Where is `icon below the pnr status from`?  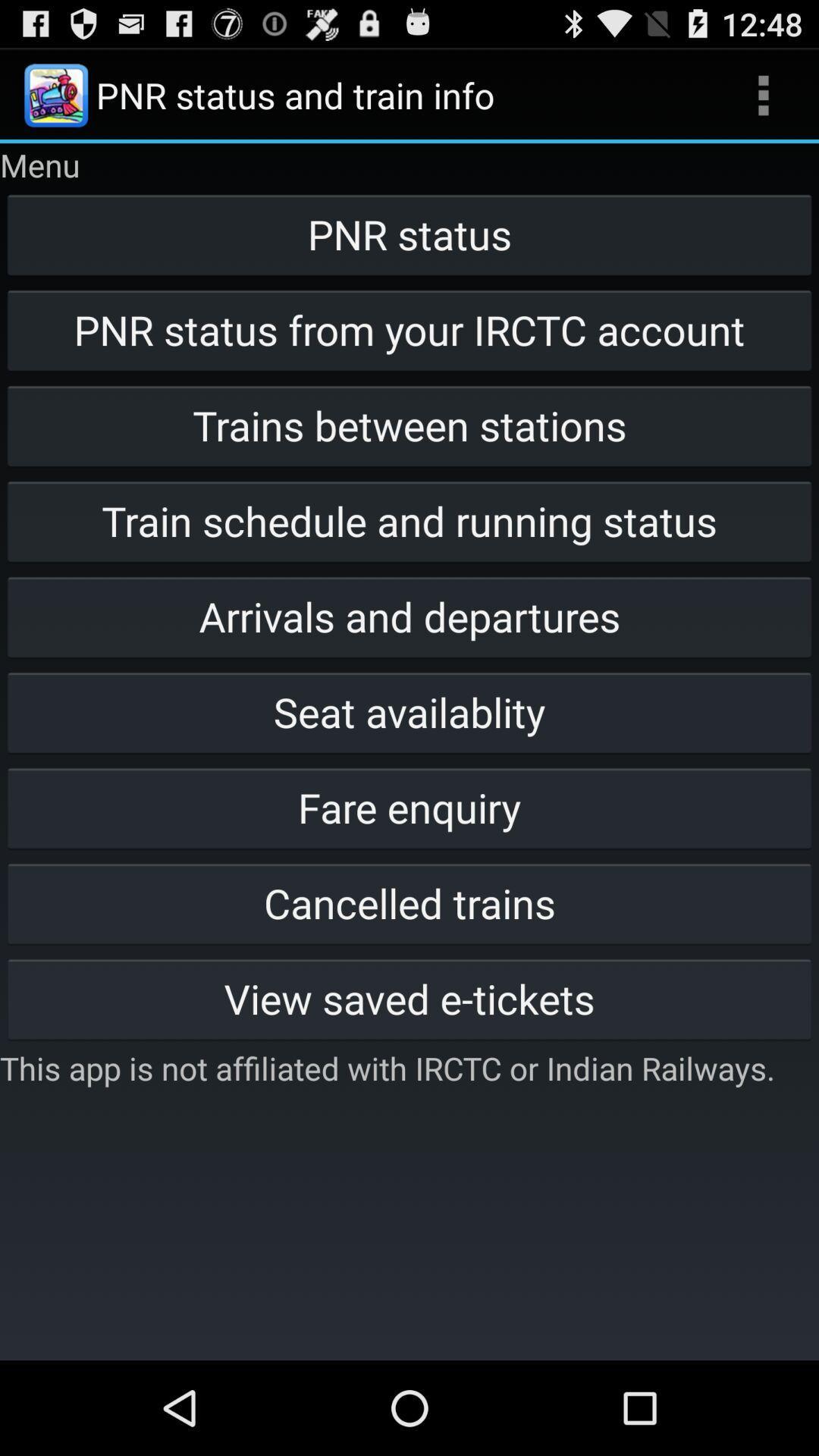
icon below the pnr status from is located at coordinates (409, 425).